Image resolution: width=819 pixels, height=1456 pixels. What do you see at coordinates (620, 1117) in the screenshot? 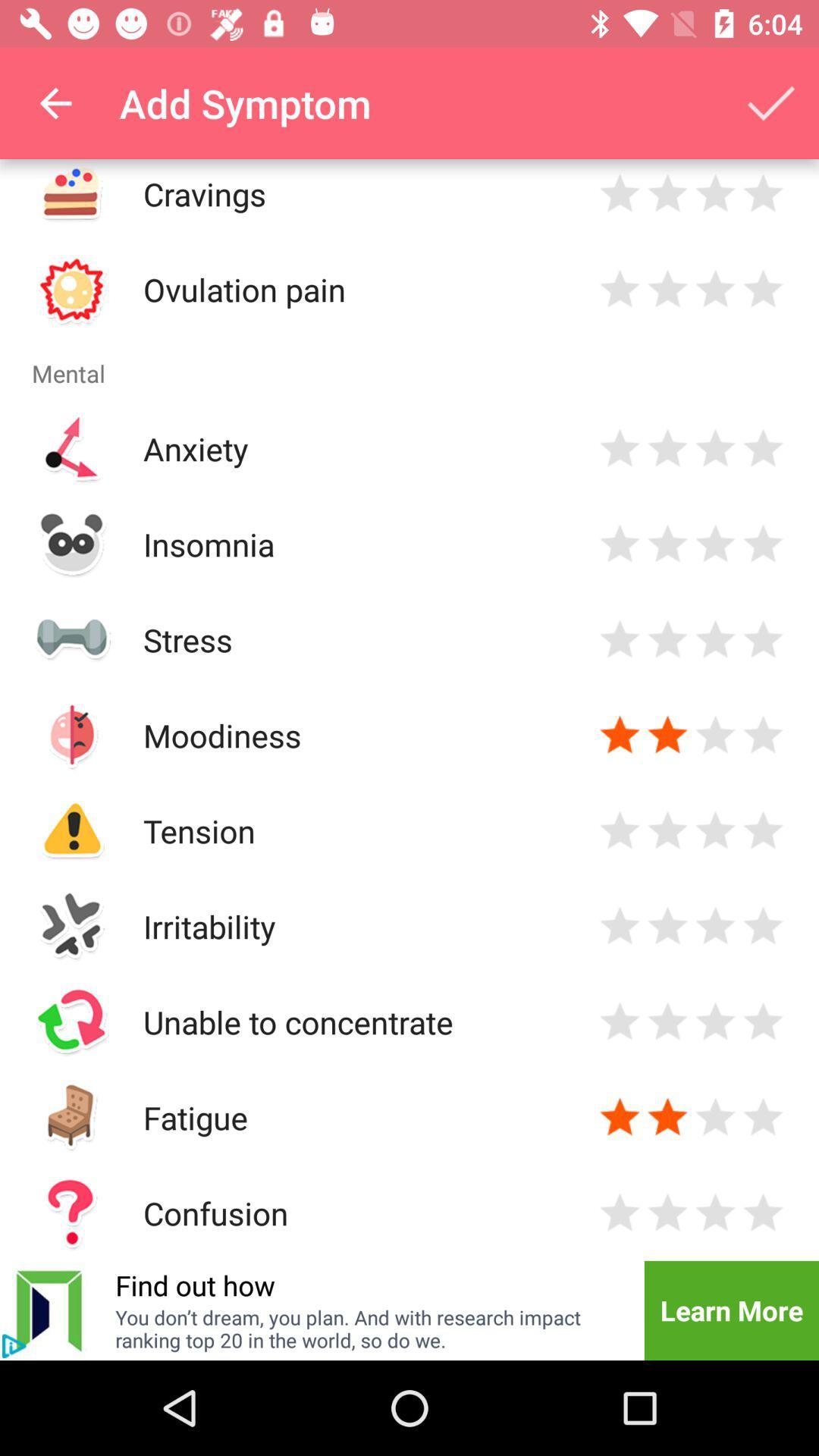
I see `rate 1 star` at bounding box center [620, 1117].